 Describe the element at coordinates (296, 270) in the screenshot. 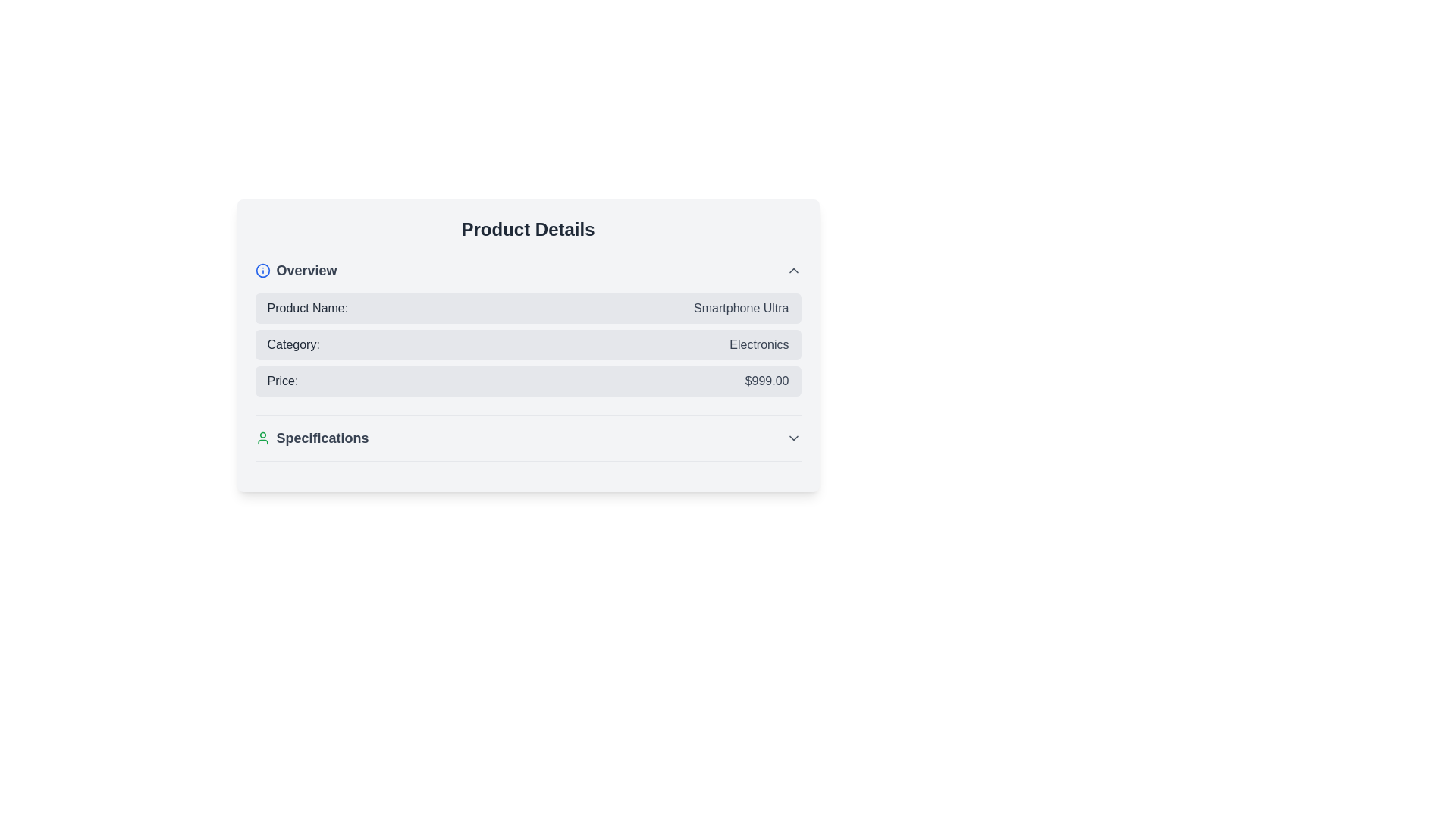

I see `the 'Overview' text label in the upper-left section of the 'Product Details' panel, which features a blue information icon to its left` at that location.